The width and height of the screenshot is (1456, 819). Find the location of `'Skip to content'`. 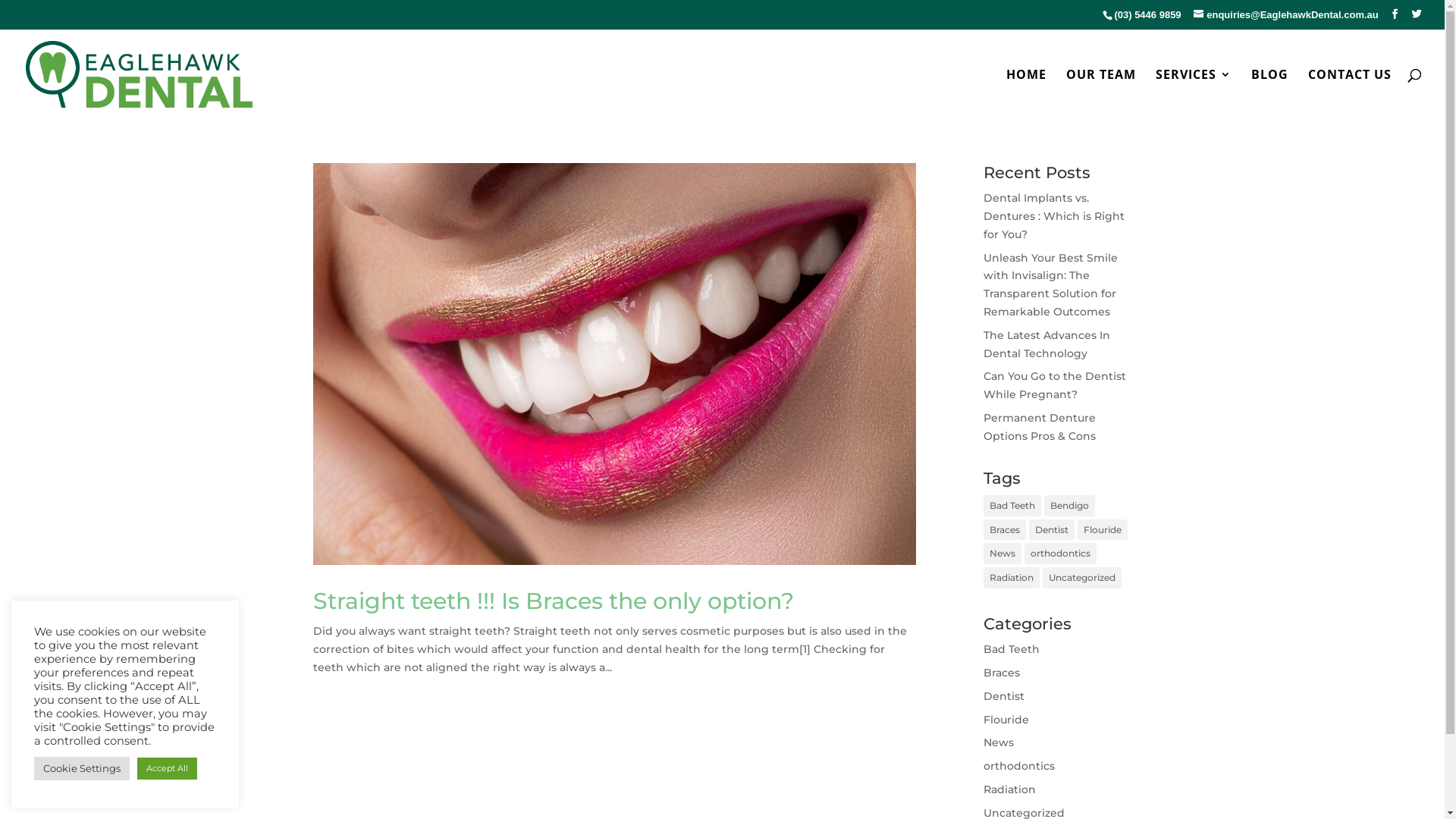

'Skip to content' is located at coordinates (0, 0).